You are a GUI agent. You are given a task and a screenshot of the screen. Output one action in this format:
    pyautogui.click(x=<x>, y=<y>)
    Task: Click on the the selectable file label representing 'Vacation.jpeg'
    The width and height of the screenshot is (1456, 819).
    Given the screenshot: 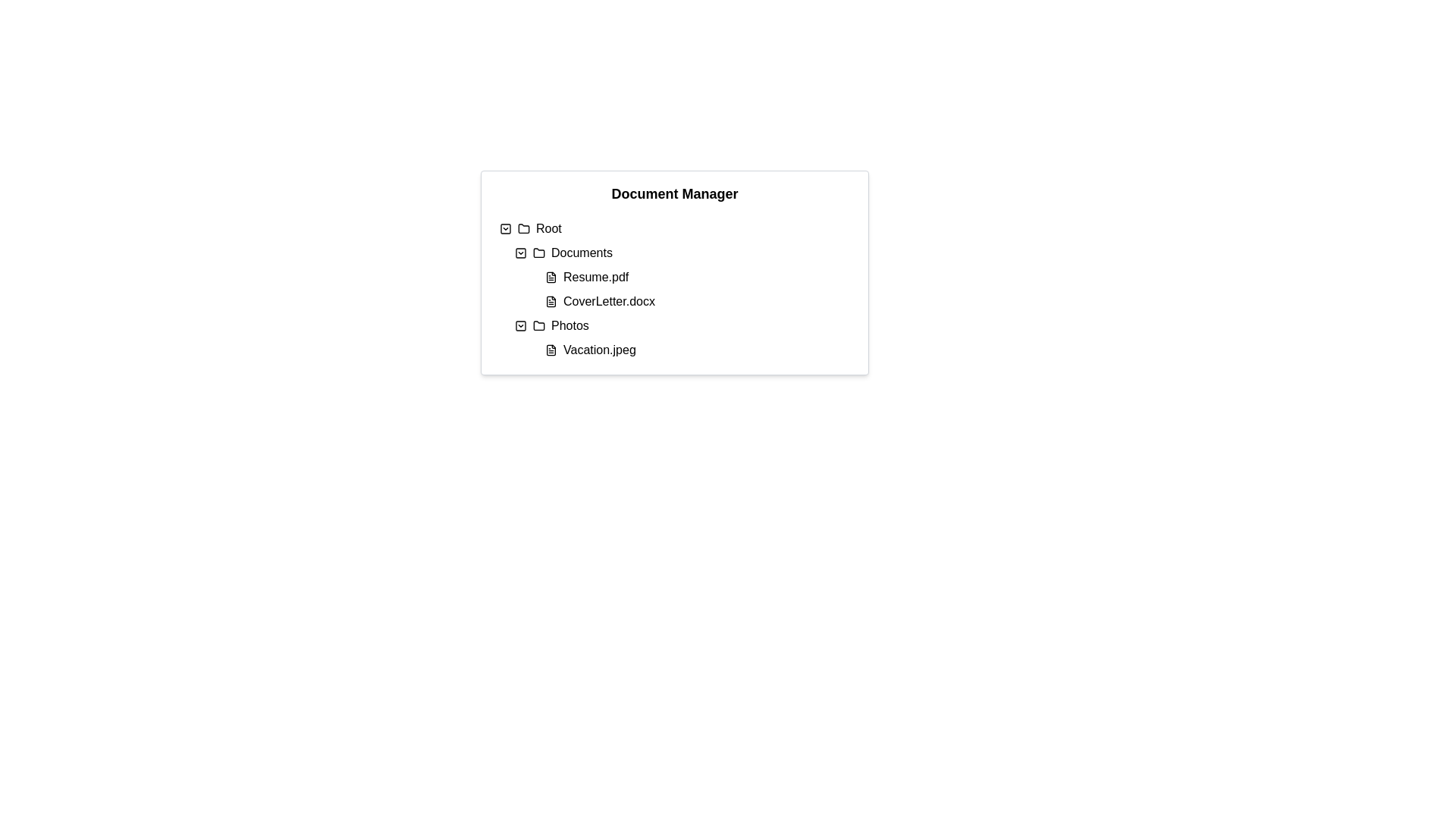 What is the action you would take?
    pyautogui.click(x=598, y=350)
    